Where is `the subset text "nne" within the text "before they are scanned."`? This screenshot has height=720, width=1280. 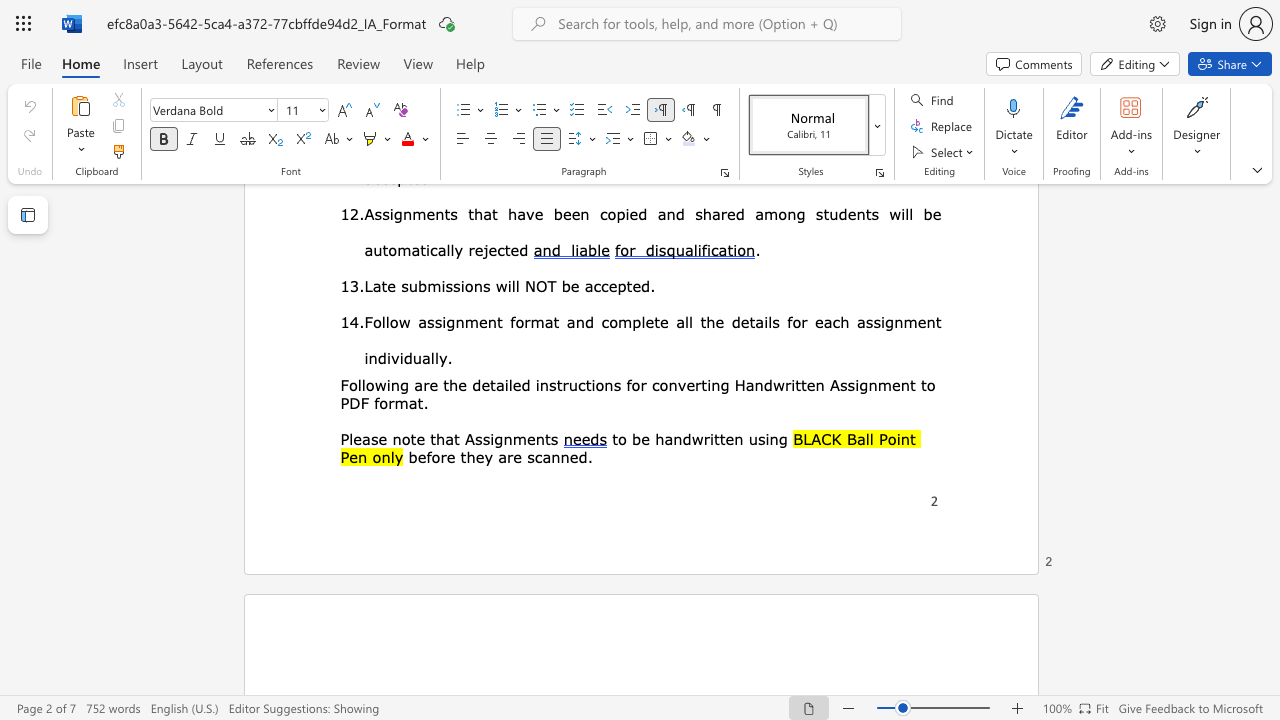
the subset text "nne" within the text "before they are scanned." is located at coordinates (551, 456).